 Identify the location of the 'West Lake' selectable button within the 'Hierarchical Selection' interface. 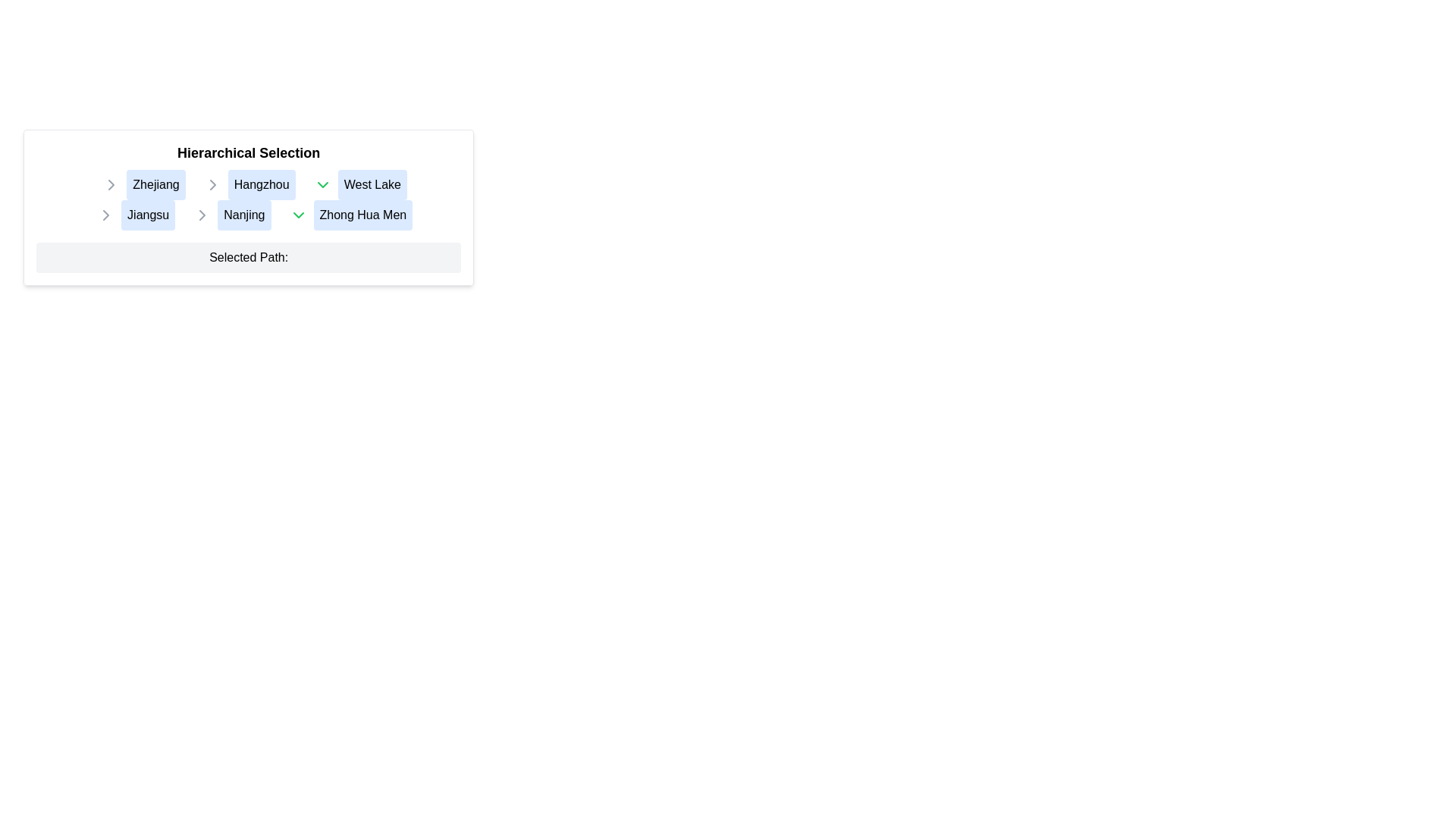
(359, 184).